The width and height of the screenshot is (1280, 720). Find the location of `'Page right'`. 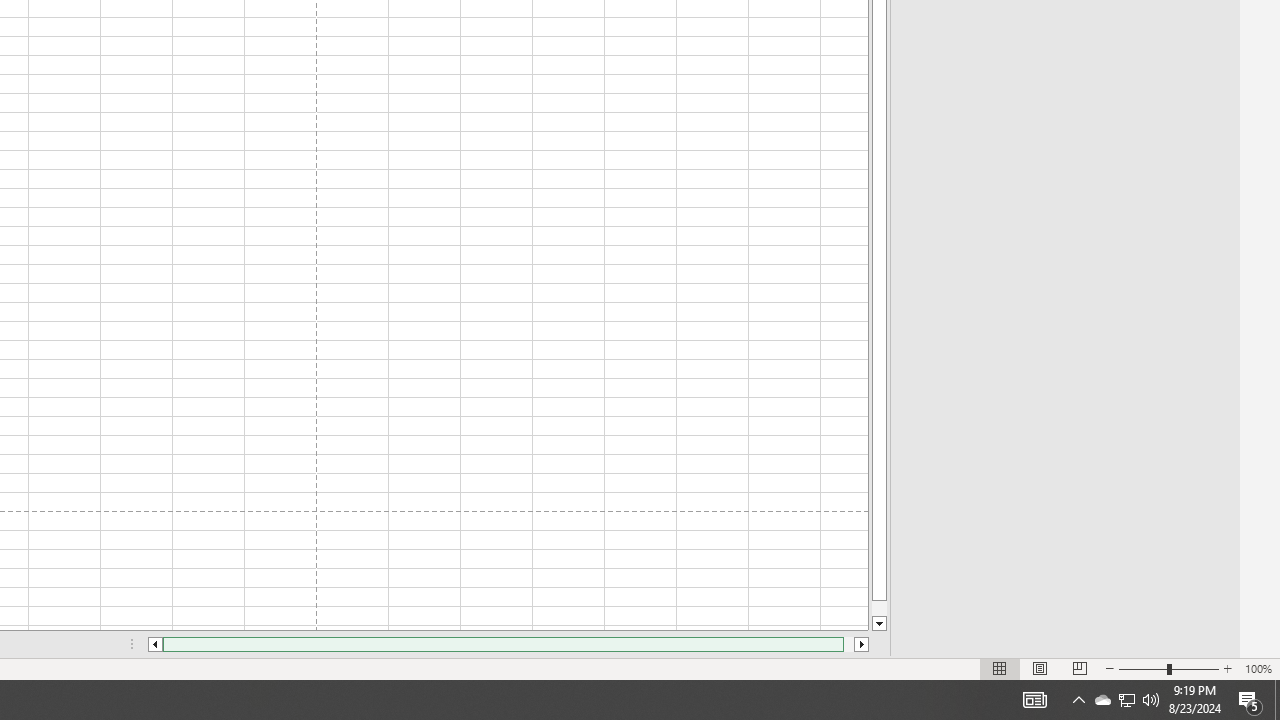

'Page right' is located at coordinates (848, 644).